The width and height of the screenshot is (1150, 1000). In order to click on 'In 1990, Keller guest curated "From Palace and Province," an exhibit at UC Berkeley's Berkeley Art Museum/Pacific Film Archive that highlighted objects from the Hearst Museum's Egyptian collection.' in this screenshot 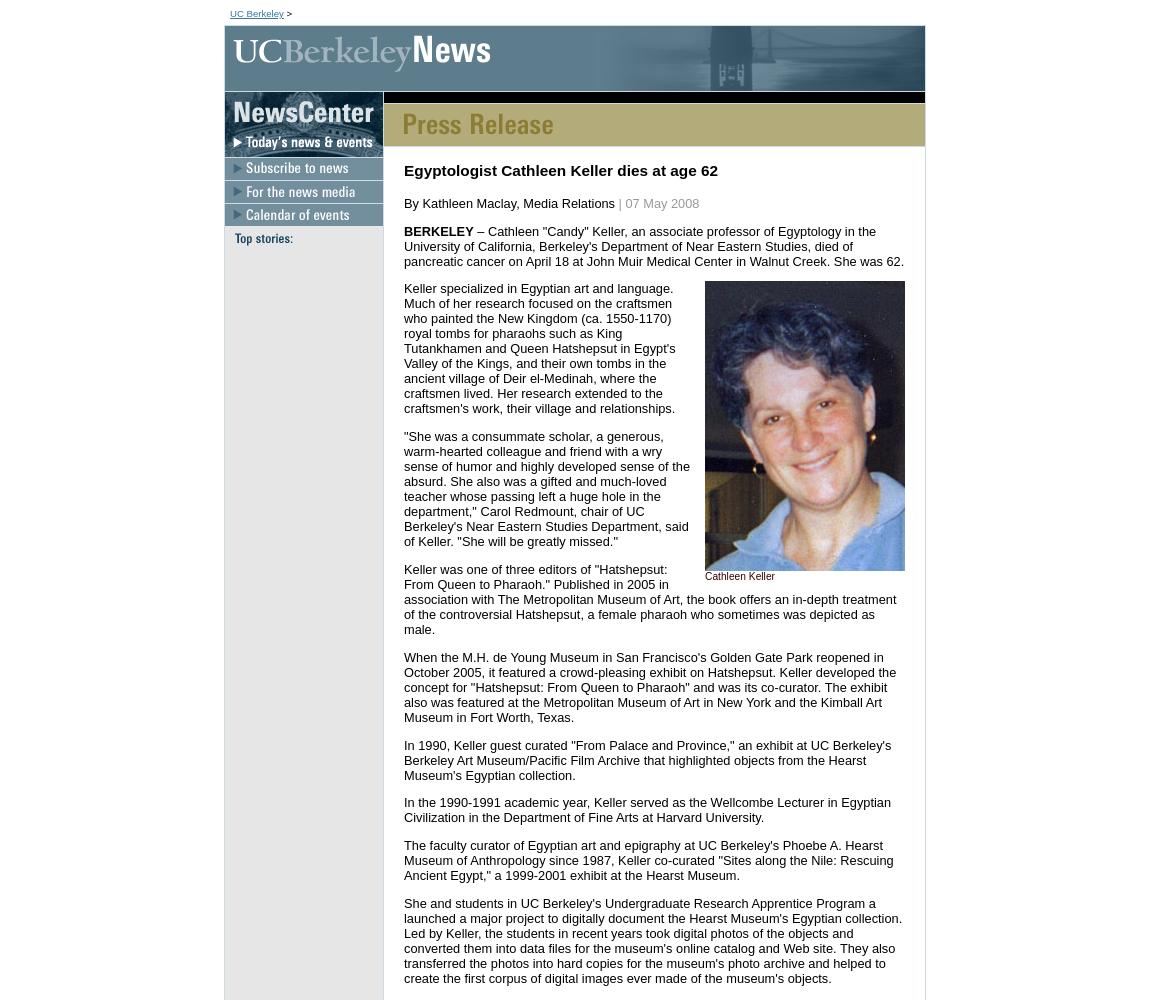, I will do `click(646, 759)`.